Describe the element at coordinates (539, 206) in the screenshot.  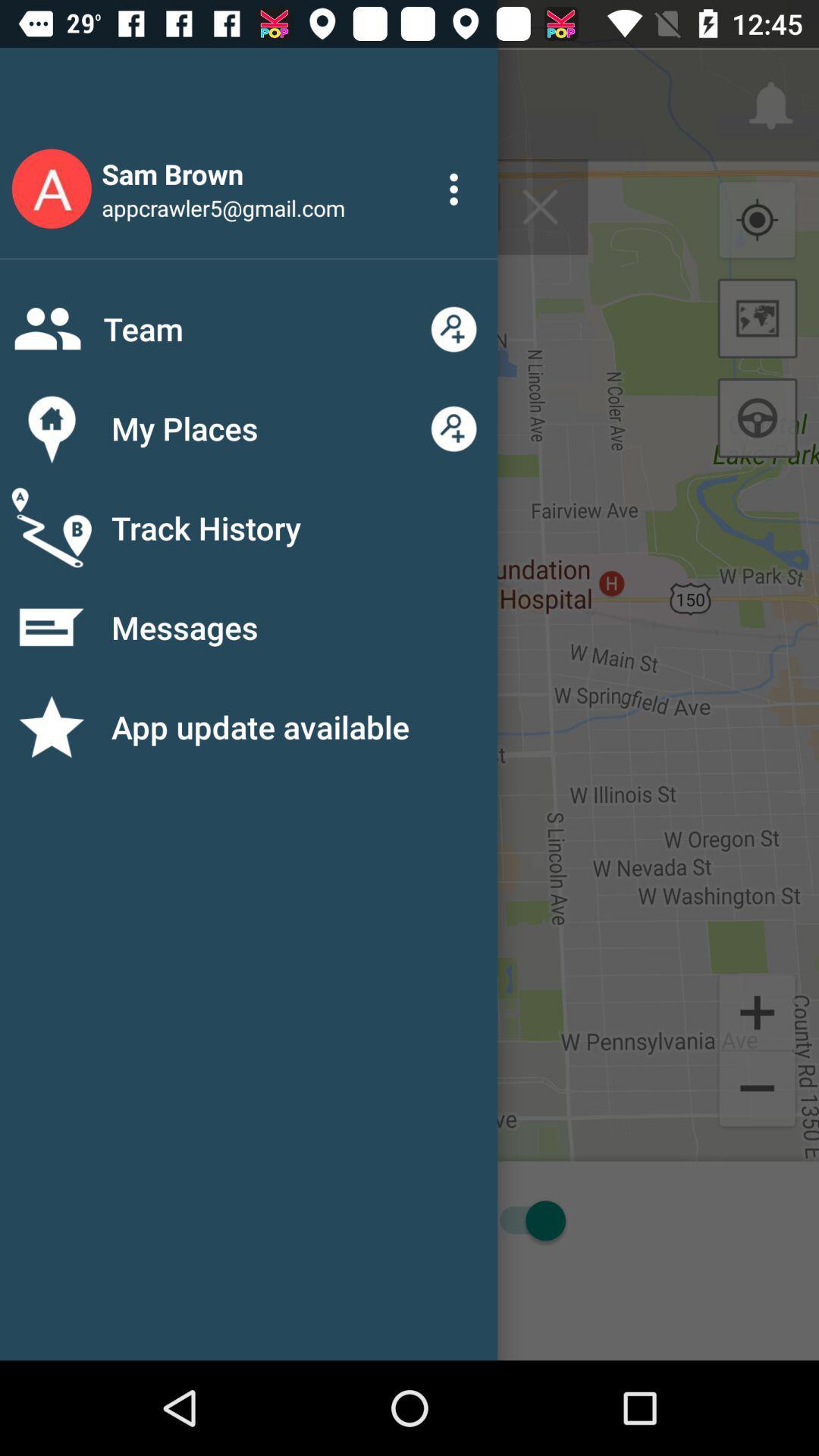
I see `the close icon` at that location.